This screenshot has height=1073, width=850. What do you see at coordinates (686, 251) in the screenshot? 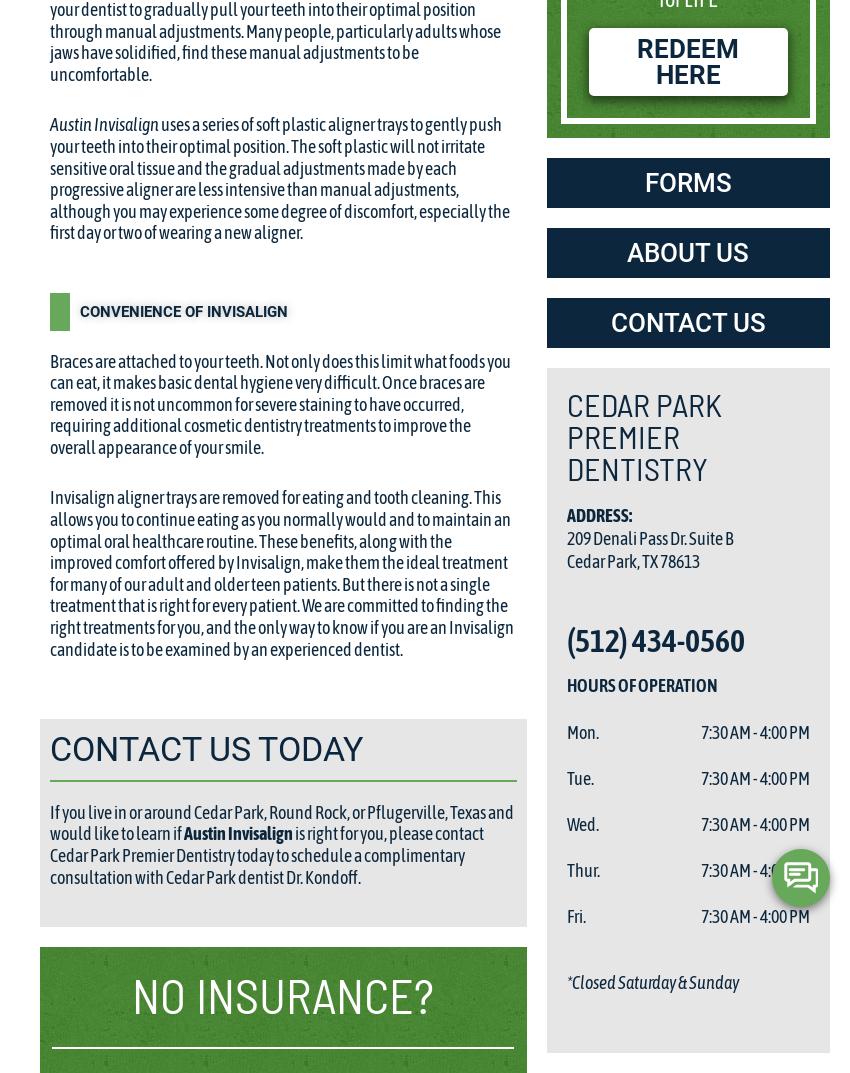
I see `'ABOUT US'` at bounding box center [686, 251].